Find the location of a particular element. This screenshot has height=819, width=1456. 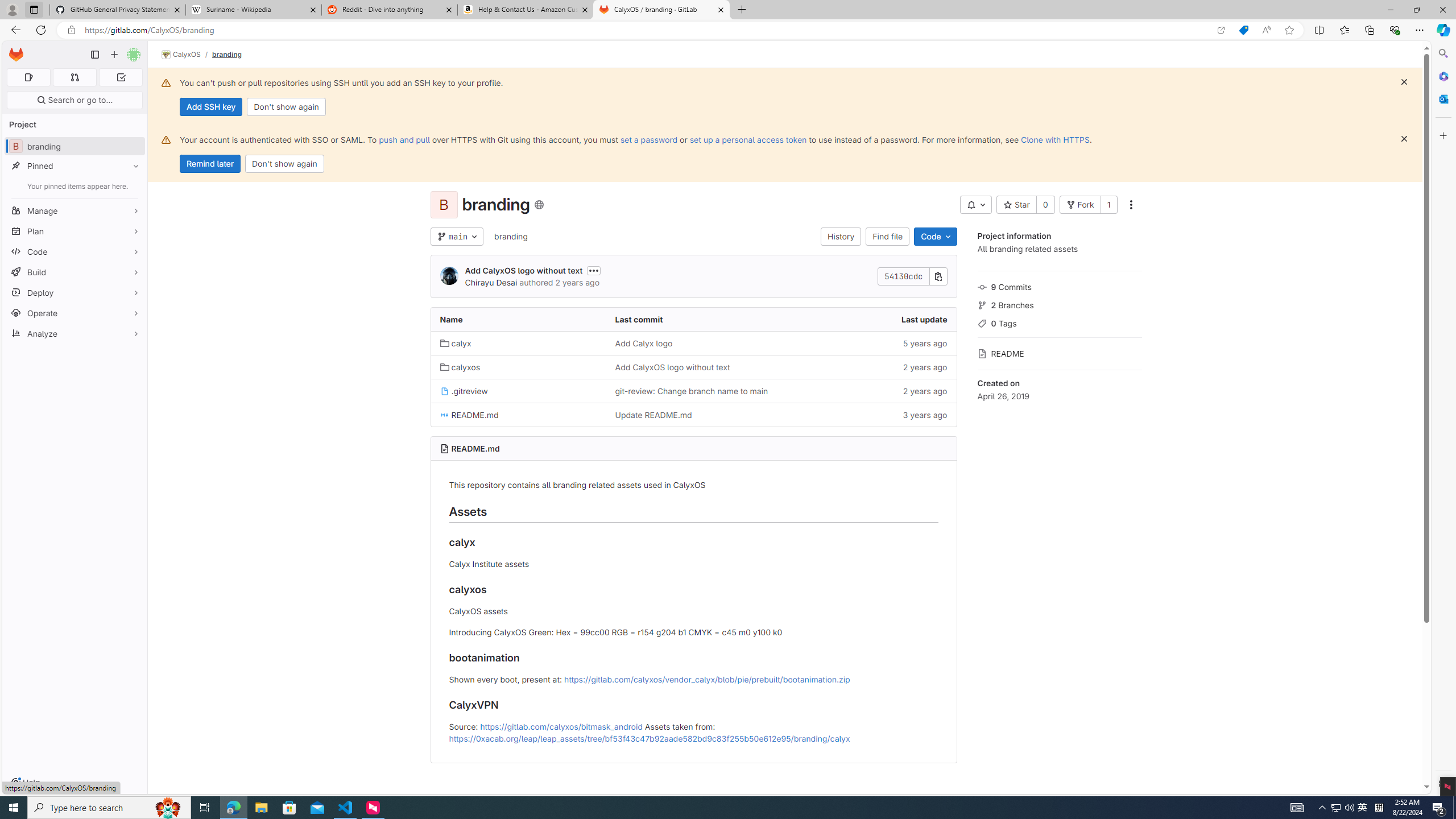

'Bbranding' is located at coordinates (74, 146).